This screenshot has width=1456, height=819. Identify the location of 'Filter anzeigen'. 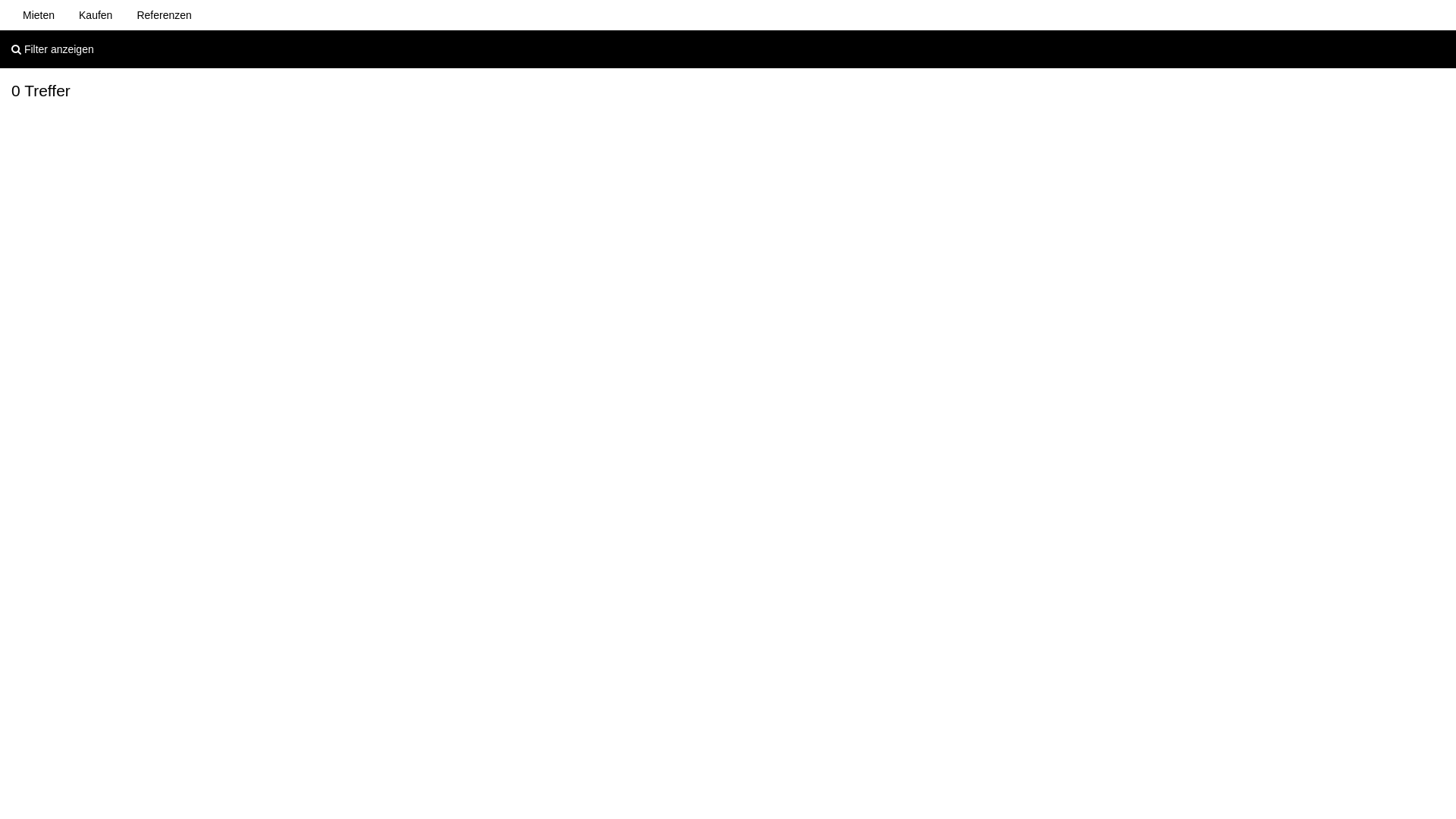
(728, 49).